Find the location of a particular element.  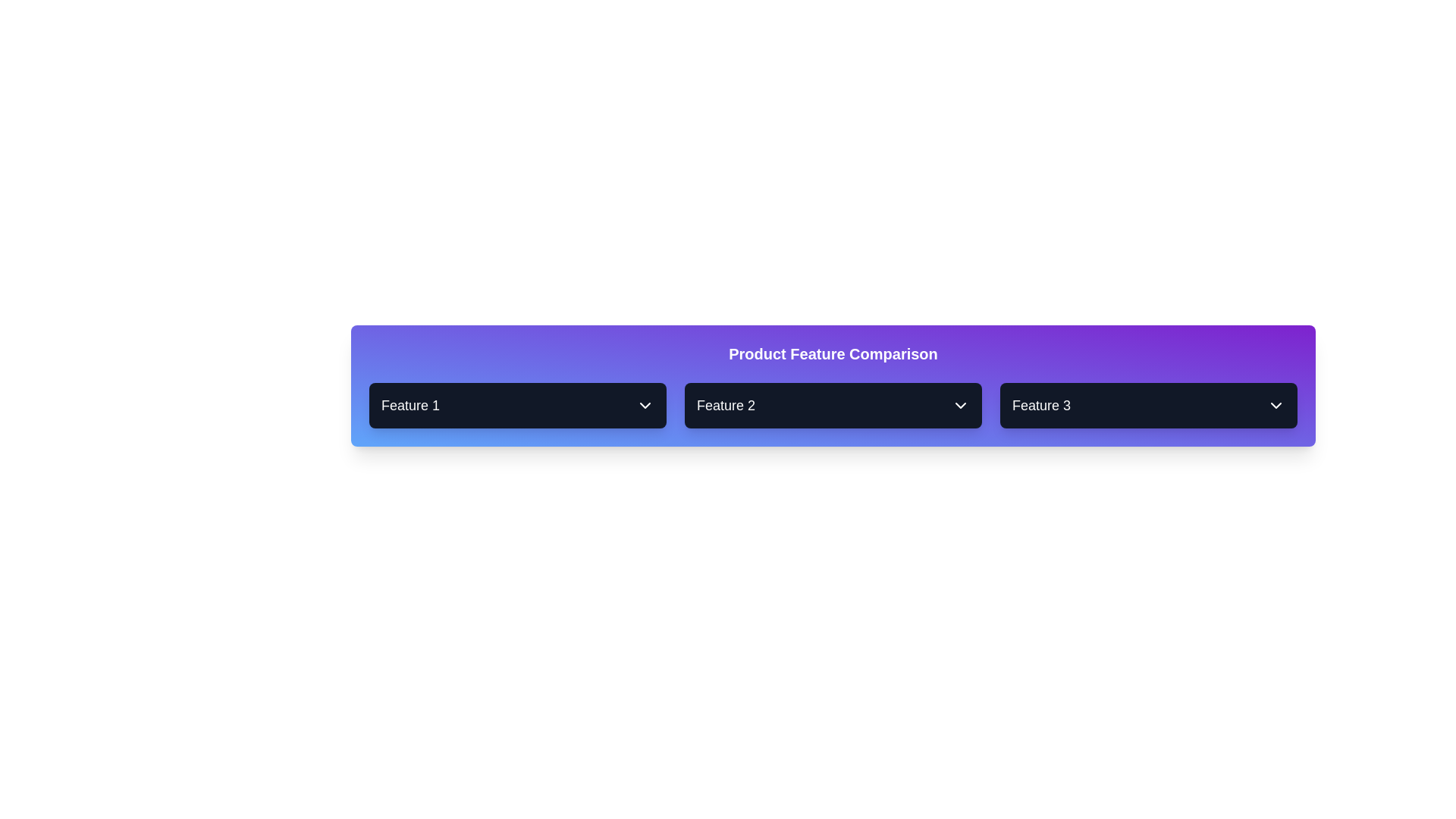

the middle block of the interactive dropdown menu labeled 'Feature 2' is located at coordinates (833, 405).